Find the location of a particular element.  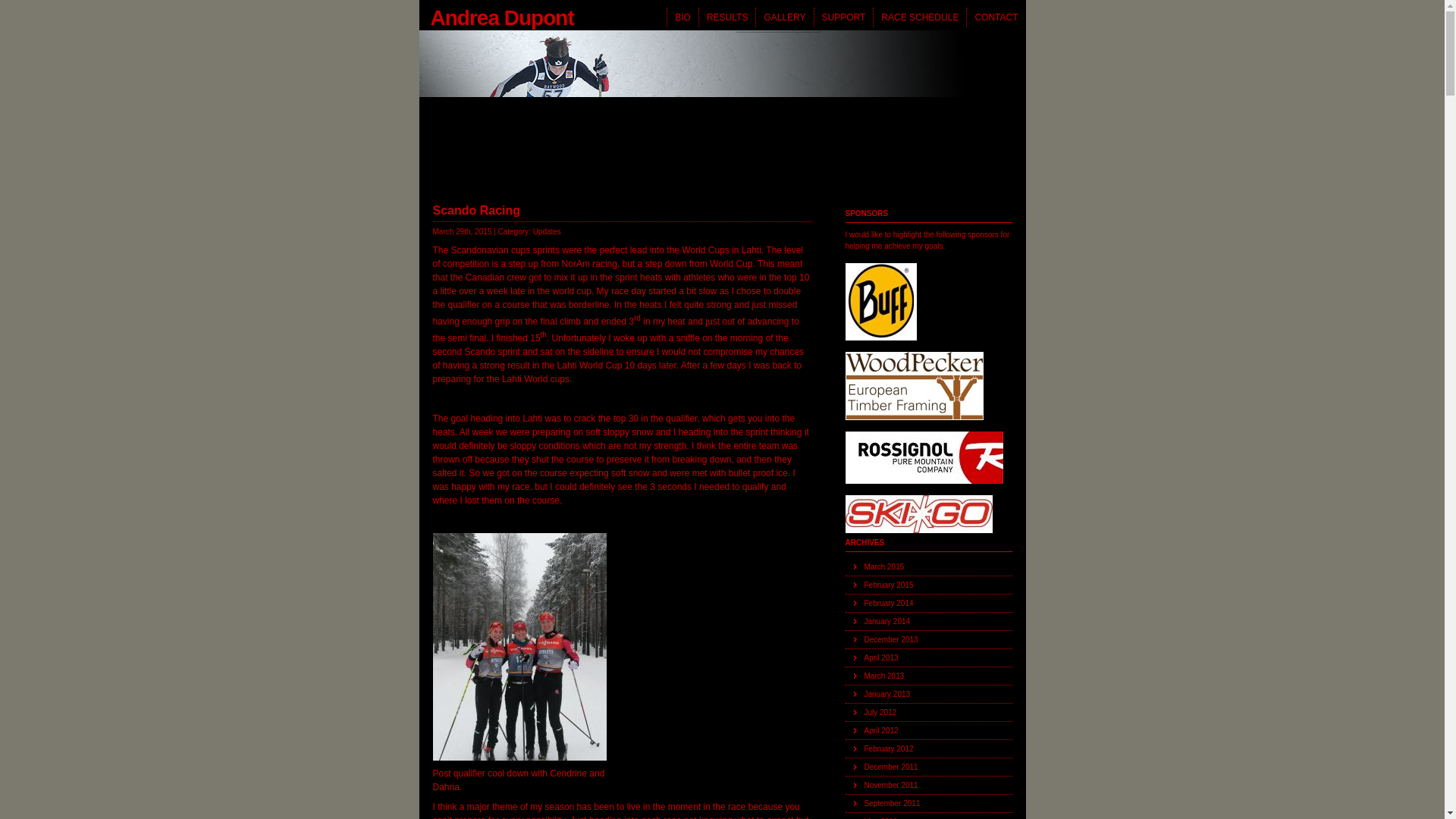

'February 2012' is located at coordinates (927, 748).